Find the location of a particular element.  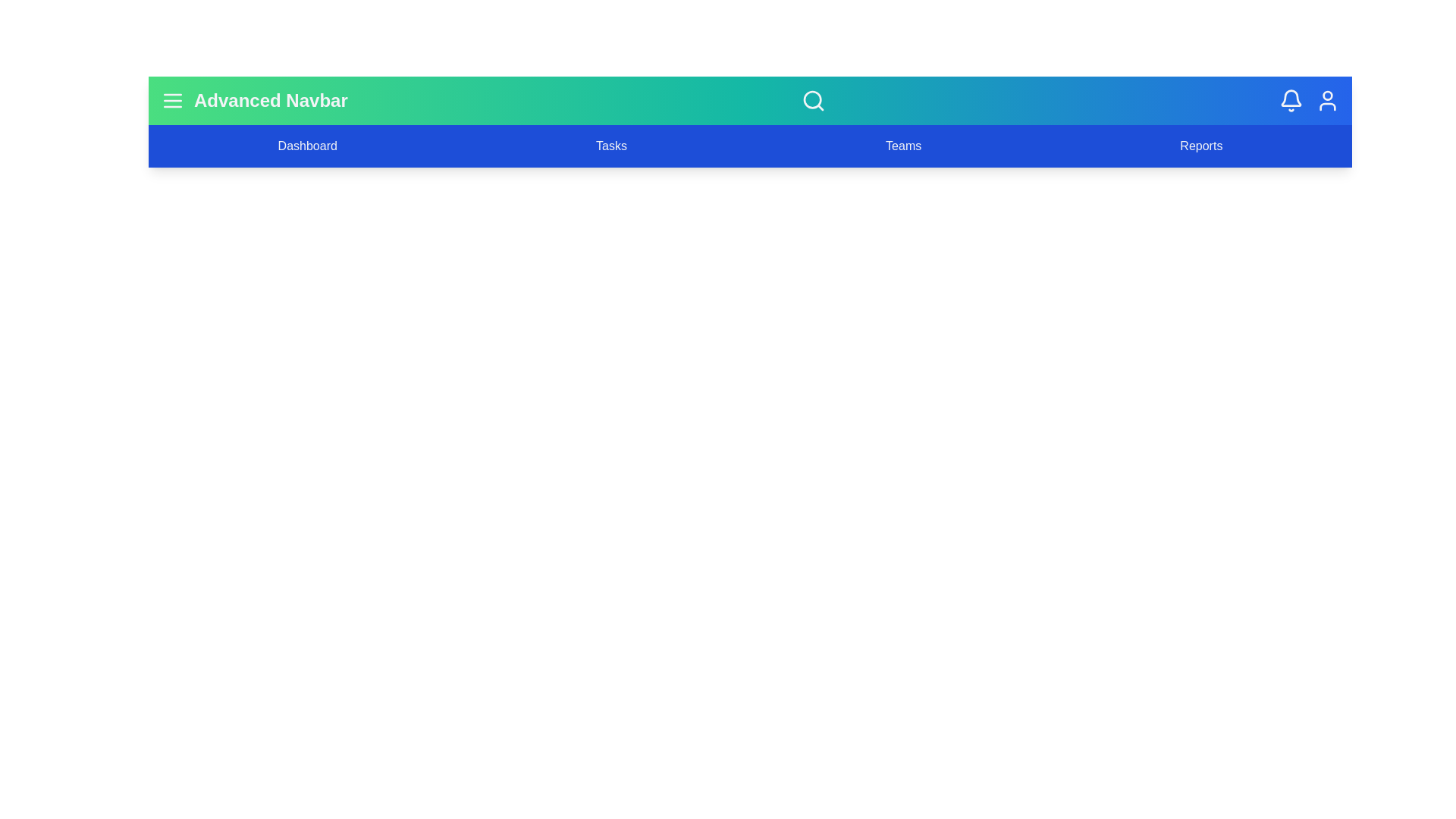

the navigation item Tasks to navigate to its corresponding section is located at coordinates (611, 146).